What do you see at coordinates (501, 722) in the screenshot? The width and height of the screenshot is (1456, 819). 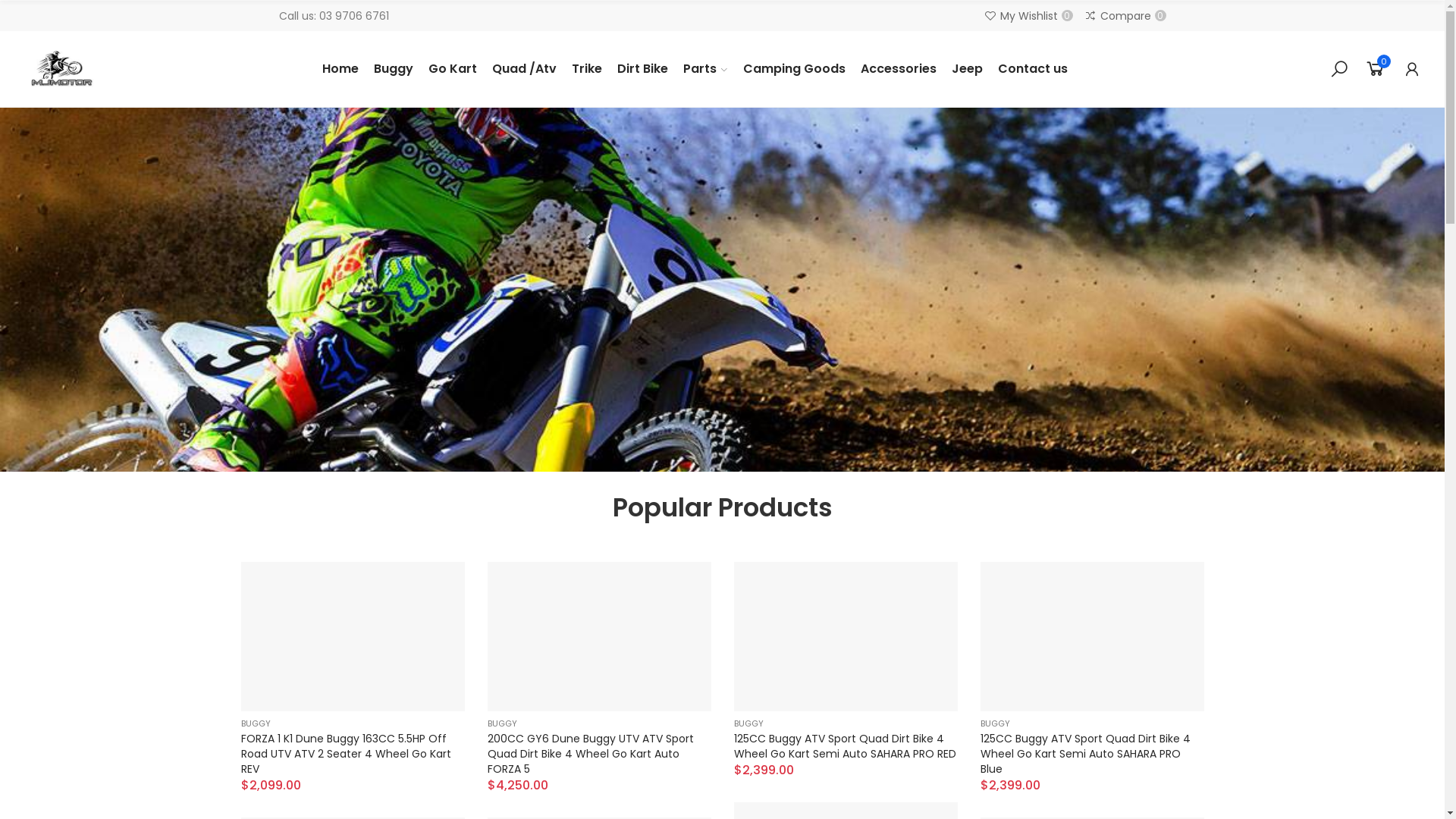 I see `'BUGGY'` at bounding box center [501, 722].